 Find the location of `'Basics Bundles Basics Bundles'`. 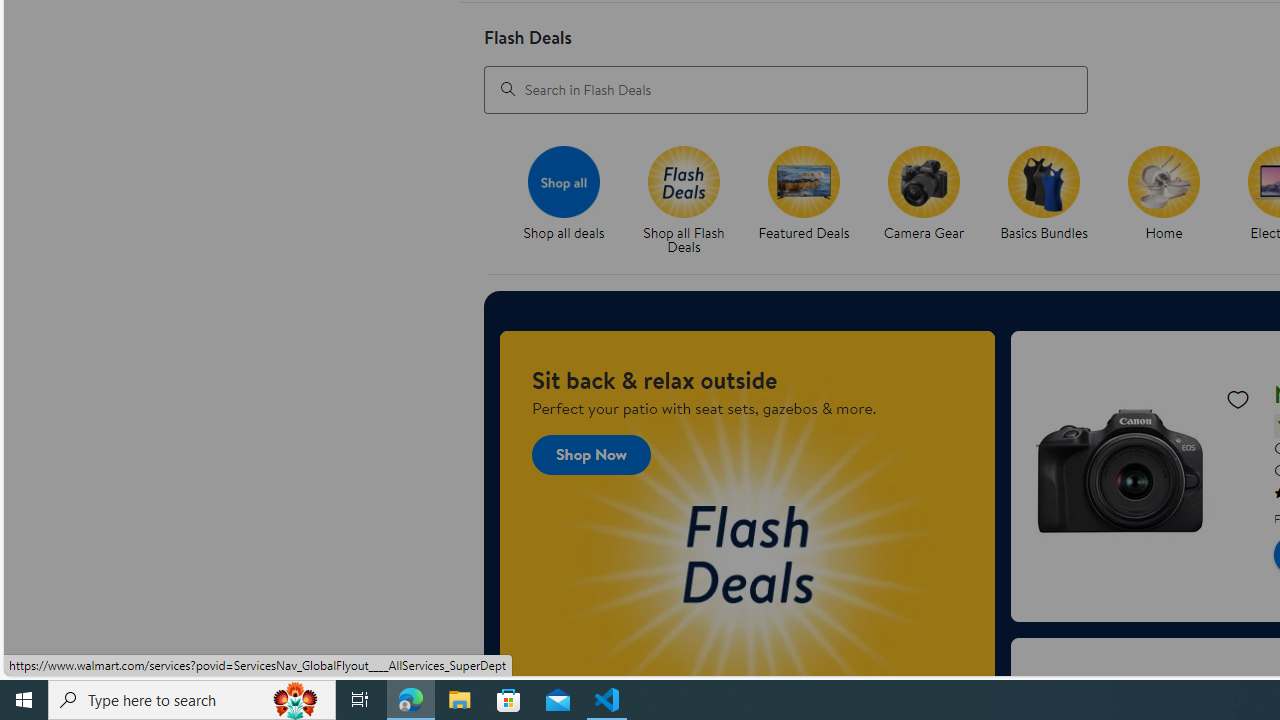

'Basics Bundles Basics Bundles' is located at coordinates (1042, 194).